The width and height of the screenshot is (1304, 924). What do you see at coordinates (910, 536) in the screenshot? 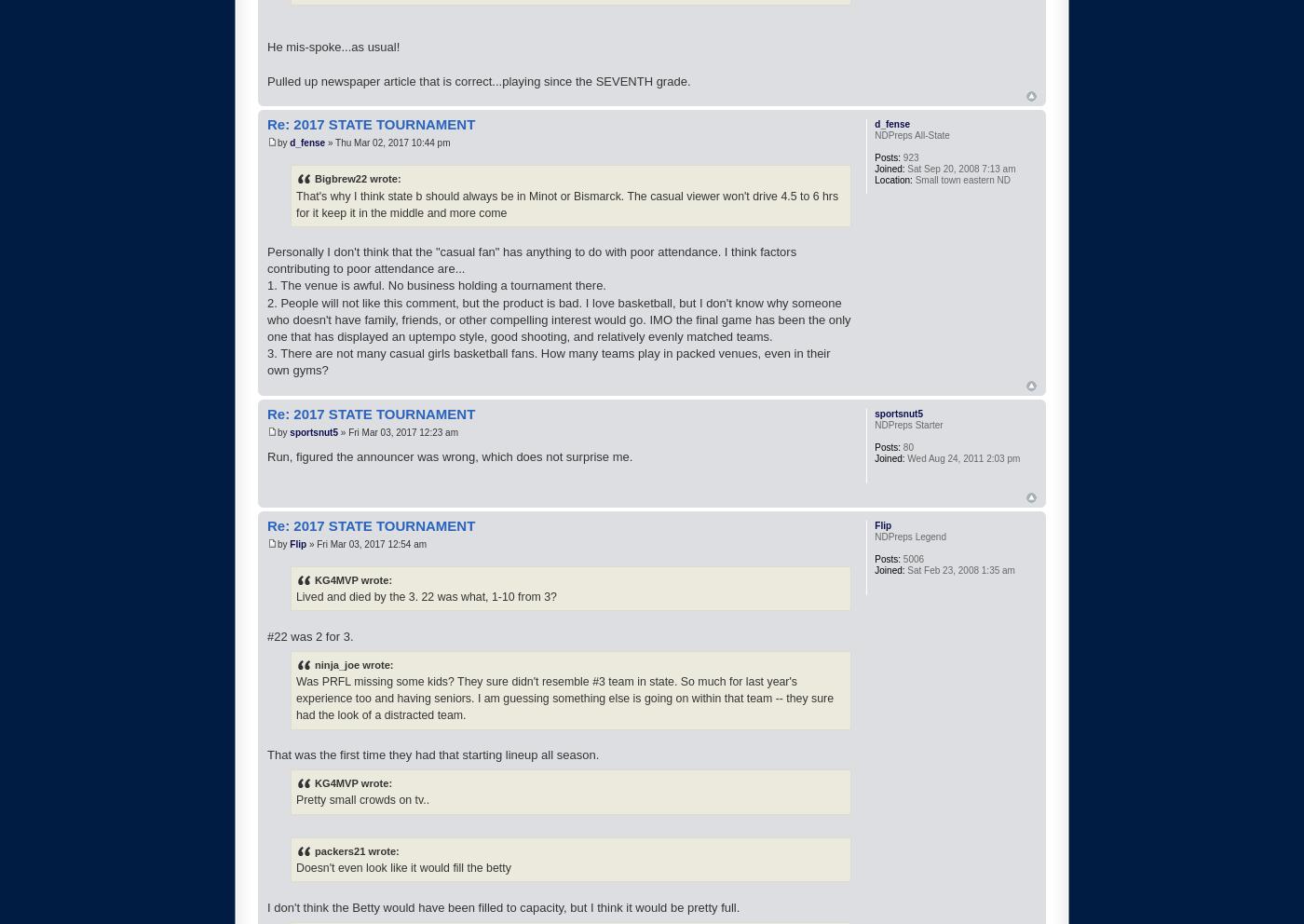
I see `'NDPreps Legend'` at bounding box center [910, 536].